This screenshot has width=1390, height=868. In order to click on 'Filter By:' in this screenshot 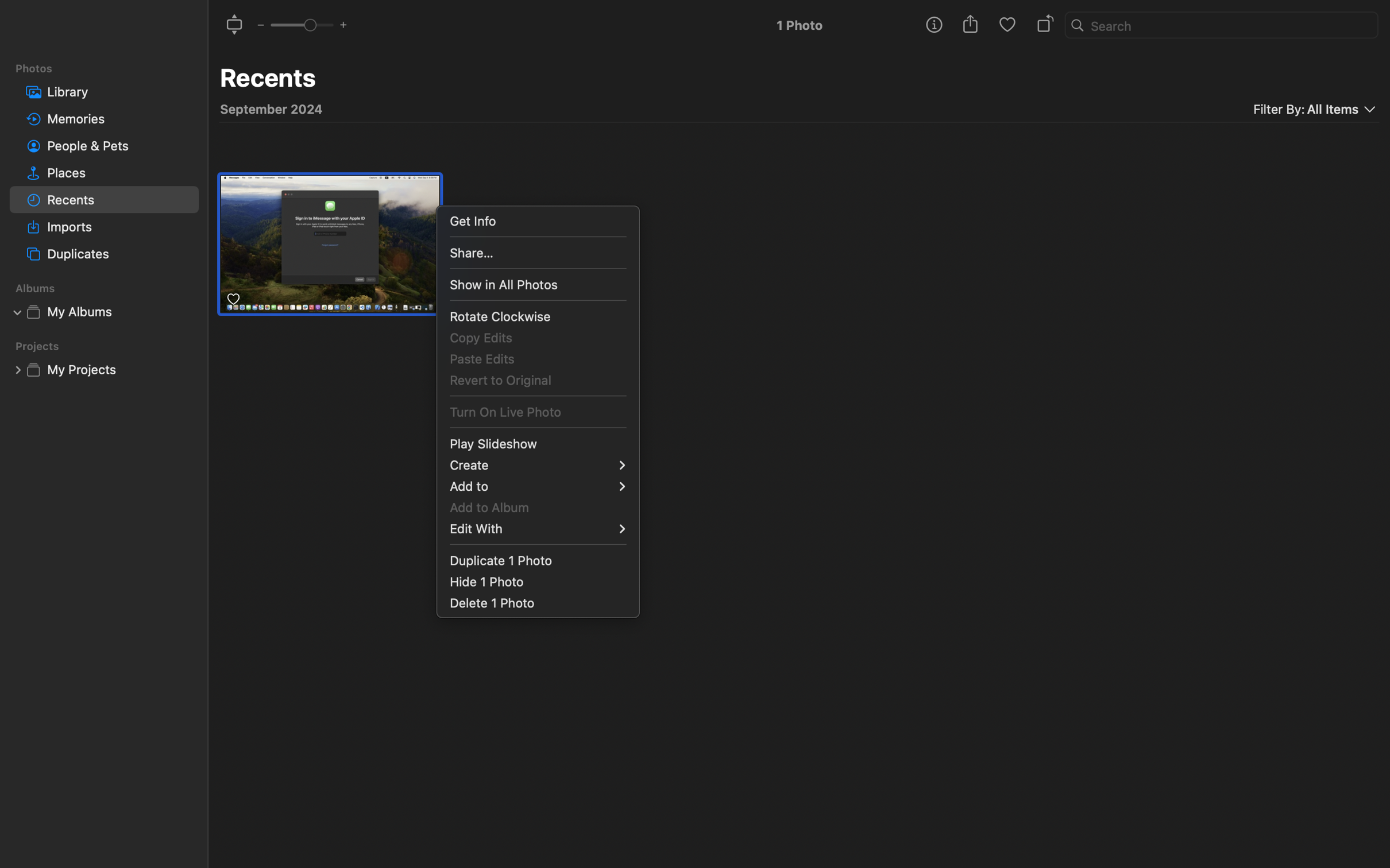, I will do `click(1279, 109)`.